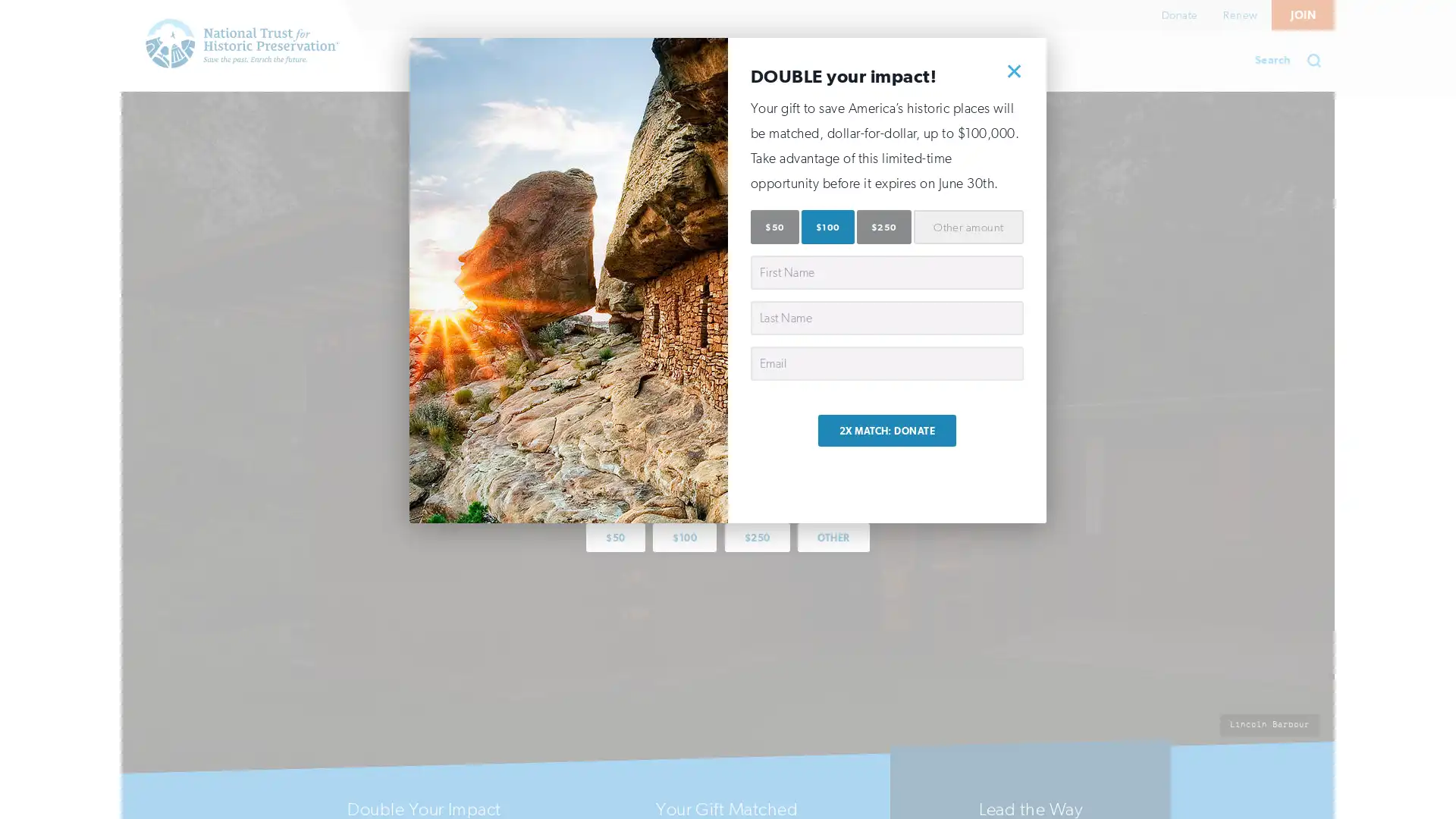 This screenshot has height=819, width=1456. What do you see at coordinates (462, 60) in the screenshot?
I see `Open Save Places section of the nav` at bounding box center [462, 60].